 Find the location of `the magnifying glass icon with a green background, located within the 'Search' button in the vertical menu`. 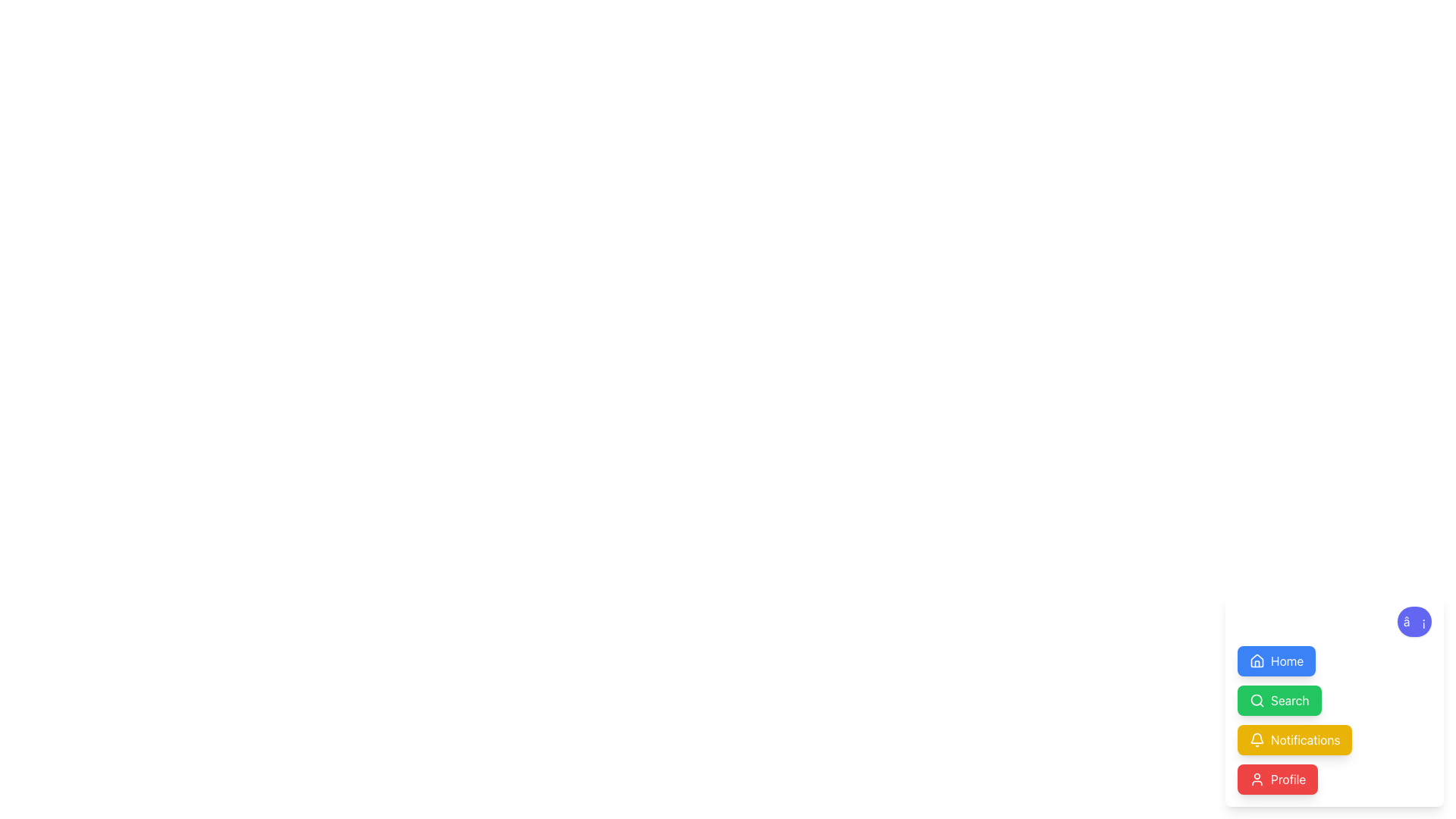

the magnifying glass icon with a green background, located within the 'Search' button in the vertical menu is located at coordinates (1257, 701).